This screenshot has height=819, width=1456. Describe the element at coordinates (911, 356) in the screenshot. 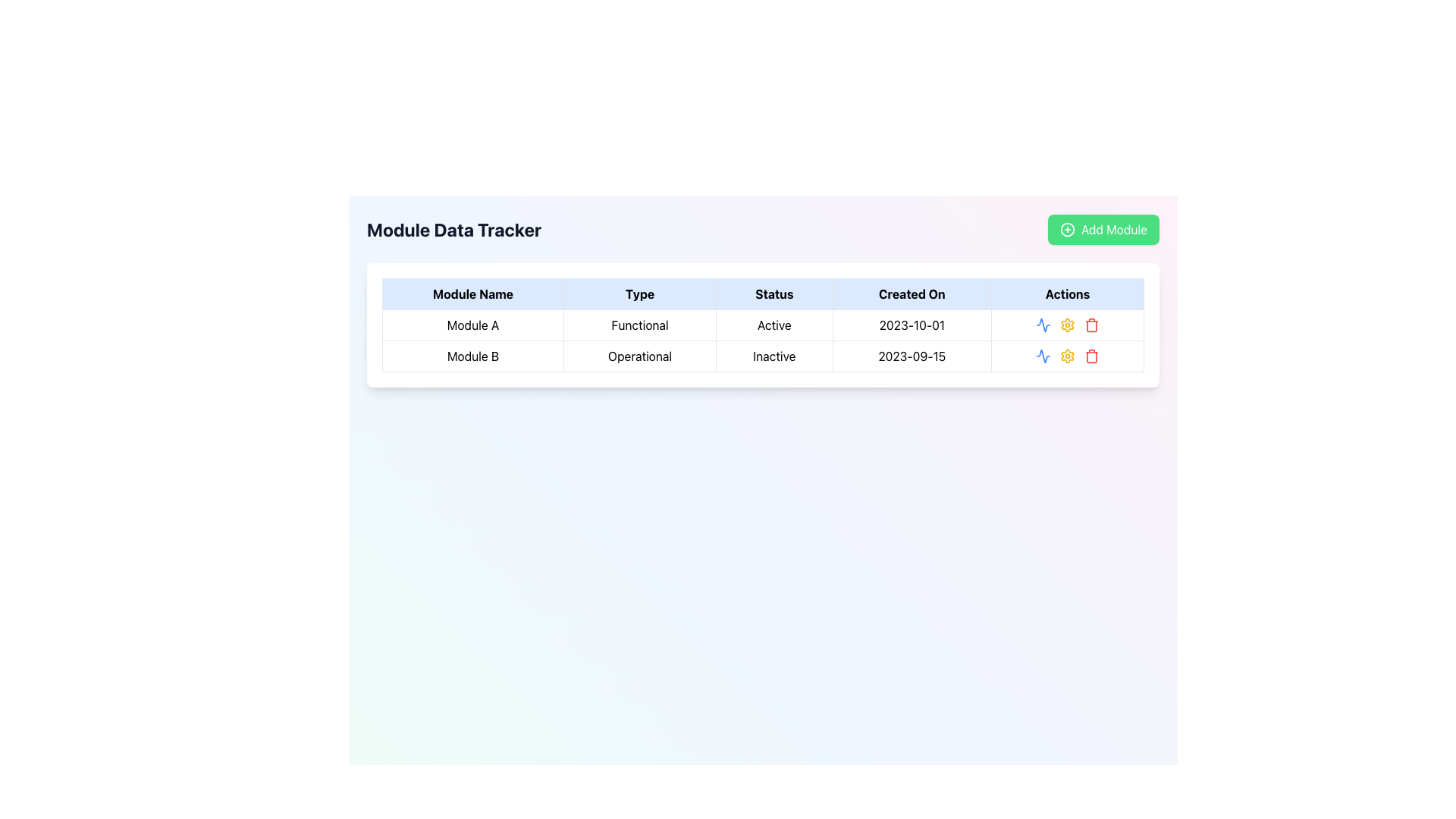

I see `displayed text in the text box showing the date '2023-09-15', located in the last column of the second row corresponding to 'Module B' with status 'Inactive'` at that location.